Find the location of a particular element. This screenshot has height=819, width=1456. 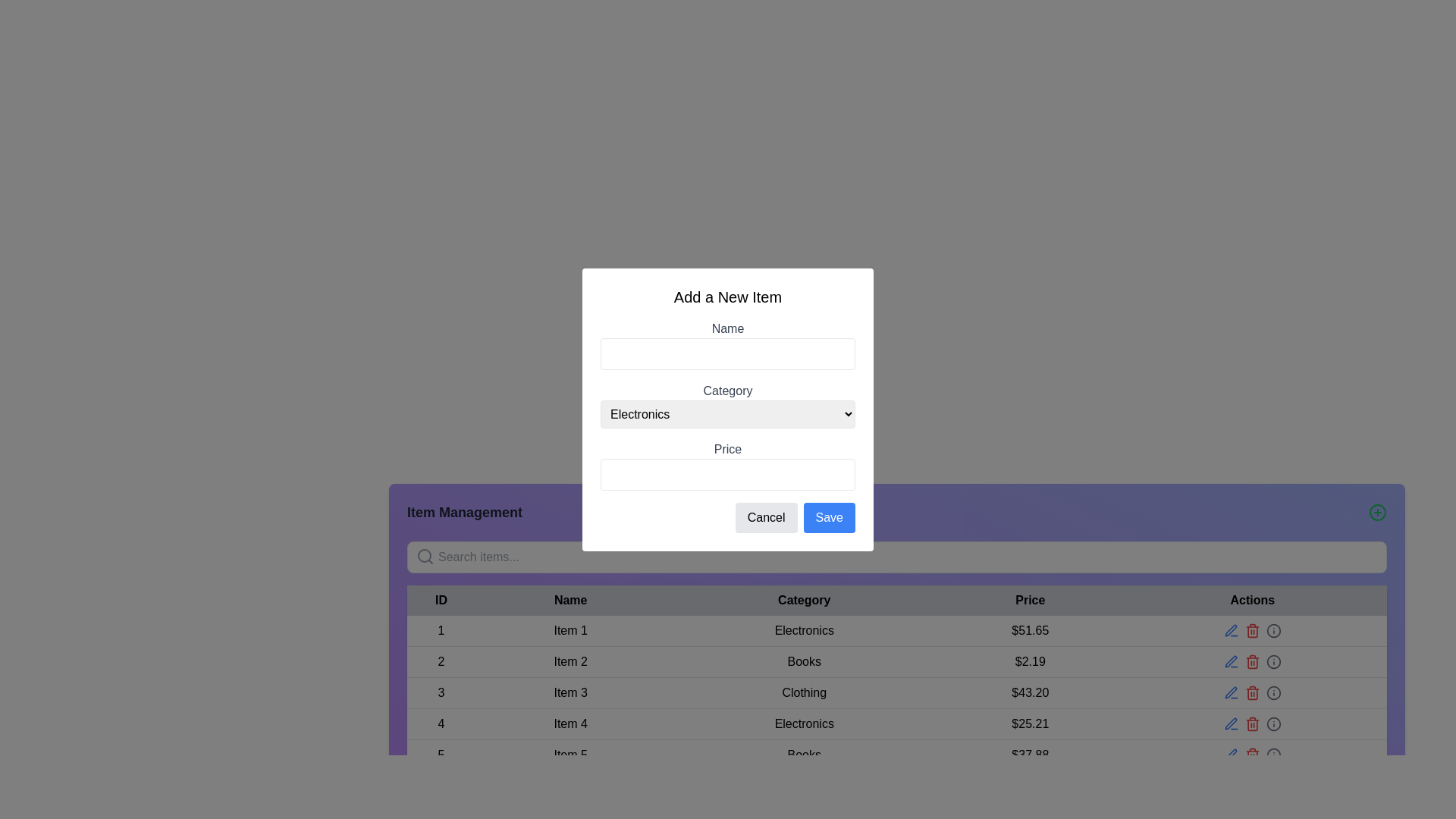

the textual label displaying 'Item 5' located in the fifth row of the table in the 'Name' column is located at coordinates (570, 755).